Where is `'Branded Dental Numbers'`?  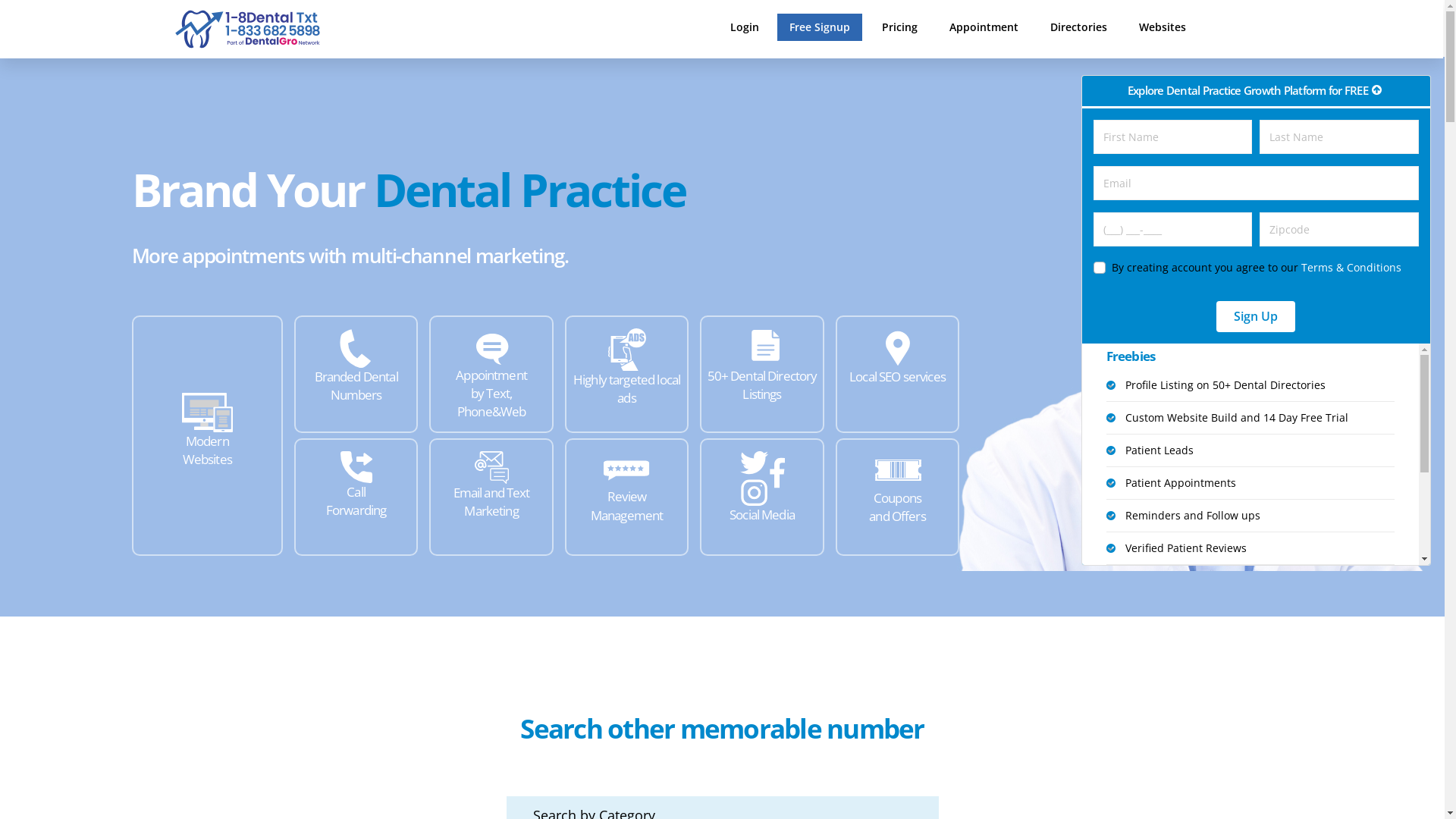
'Branded Dental Numbers' is located at coordinates (355, 374).